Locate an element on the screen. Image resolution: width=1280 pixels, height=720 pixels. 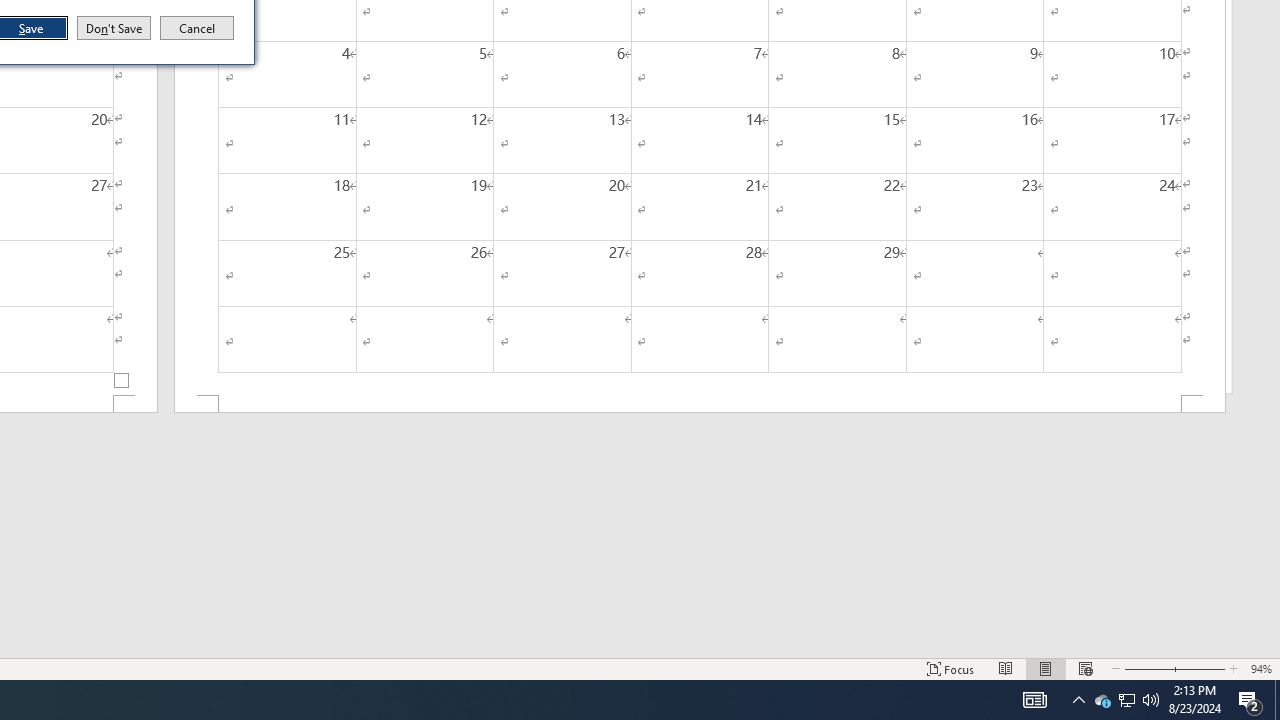
'Focus ' is located at coordinates (950, 669).